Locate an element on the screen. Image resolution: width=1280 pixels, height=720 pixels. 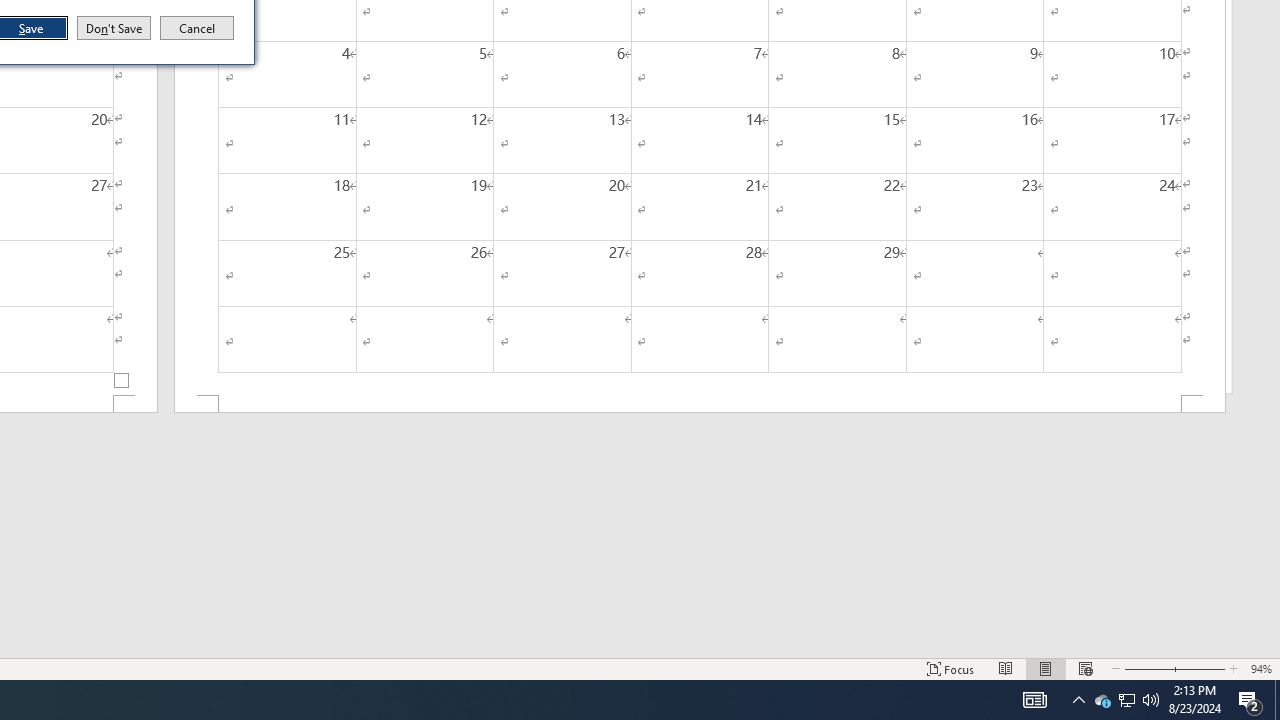
'Focus ' is located at coordinates (950, 669).